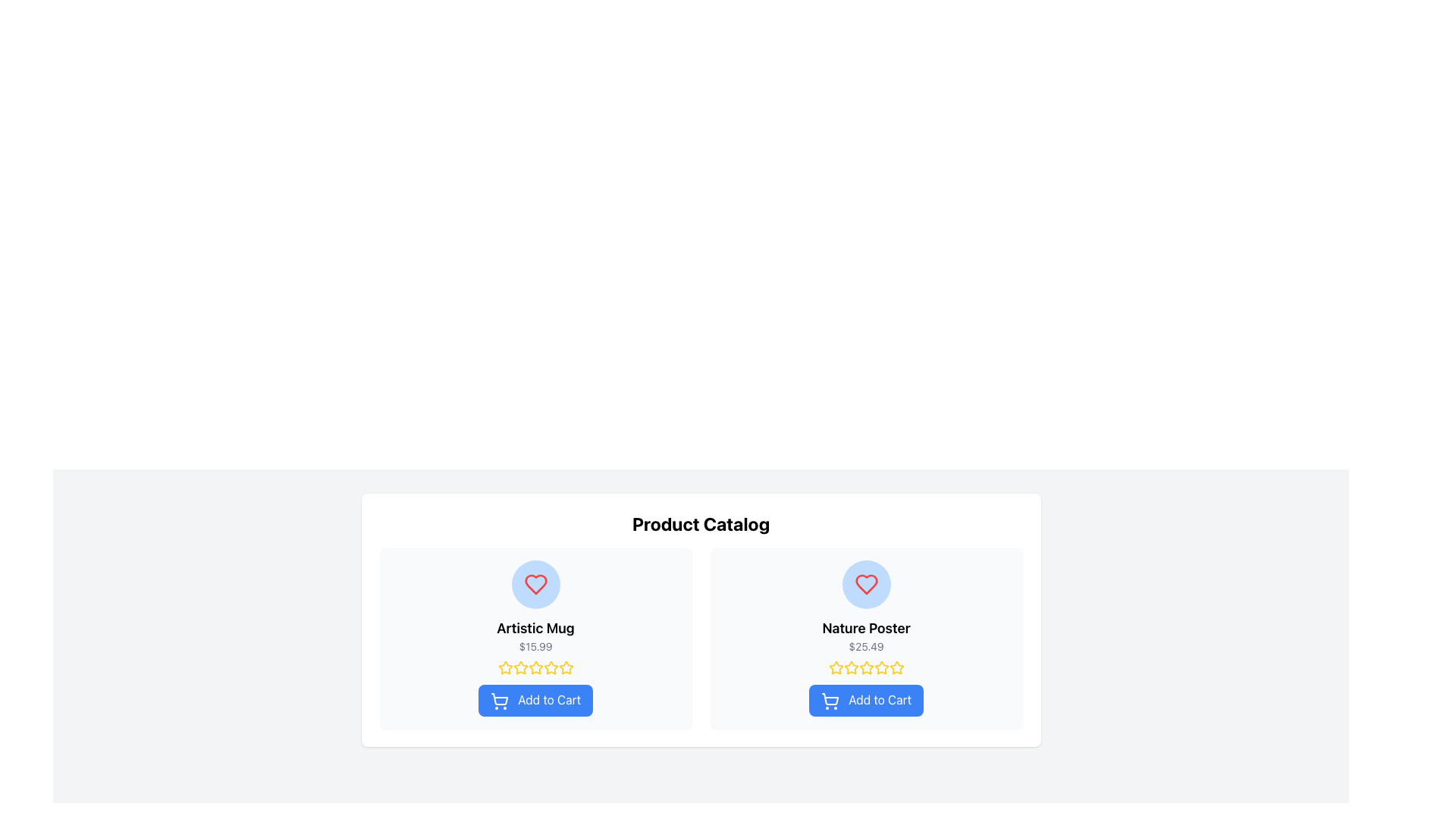 The width and height of the screenshot is (1456, 819). Describe the element at coordinates (535, 700) in the screenshot. I see `the 'Add to Cart' button with a blue background and white text, located at the lower section of the 'Artistic Mug' product card, to trigger visual feedback` at that location.